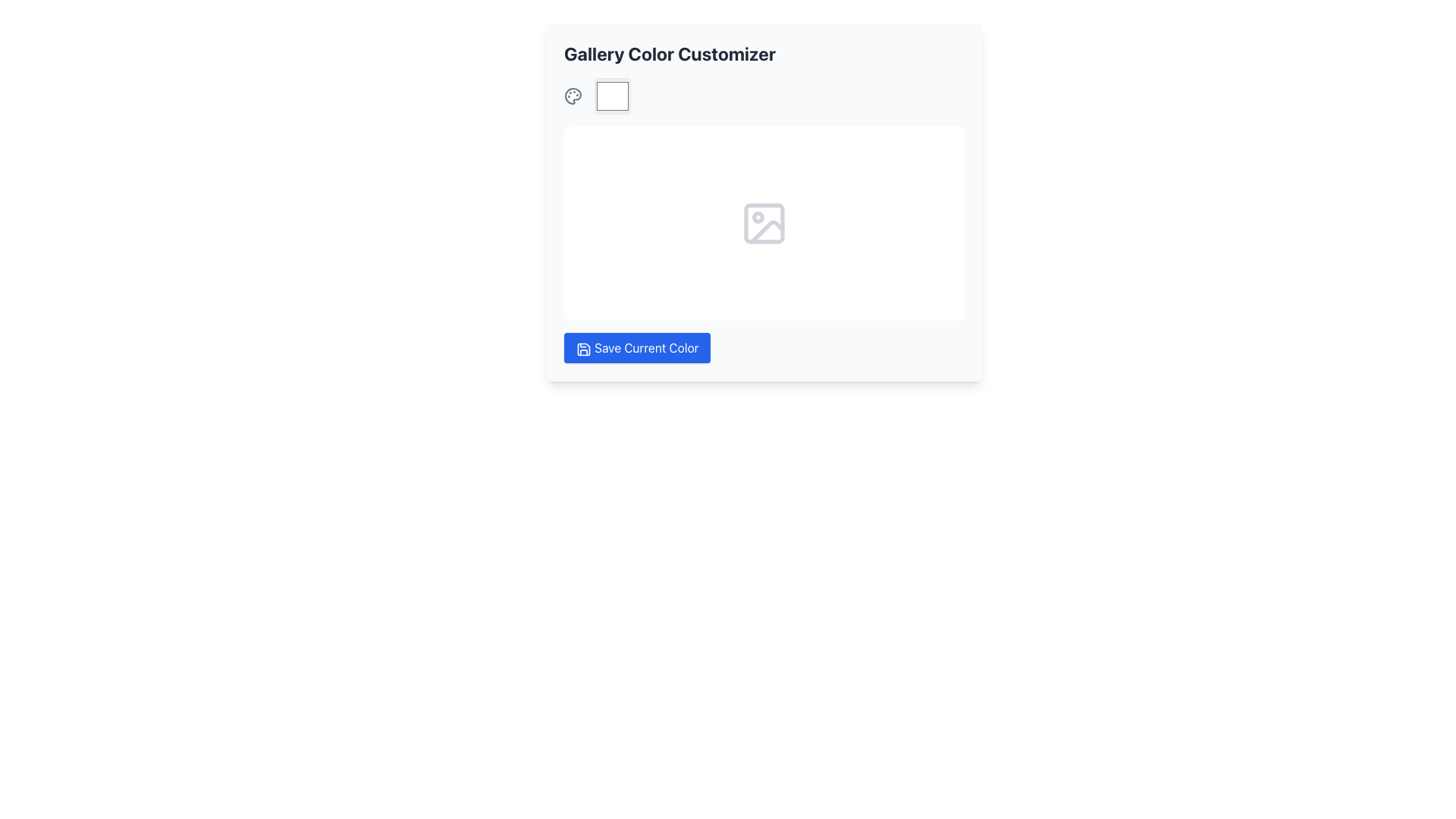 This screenshot has height=819, width=1456. What do you see at coordinates (582, 348) in the screenshot?
I see `the save icon located to the left of the 'Save Current Color' button in the 'Gallery Color Customizer' section` at bounding box center [582, 348].